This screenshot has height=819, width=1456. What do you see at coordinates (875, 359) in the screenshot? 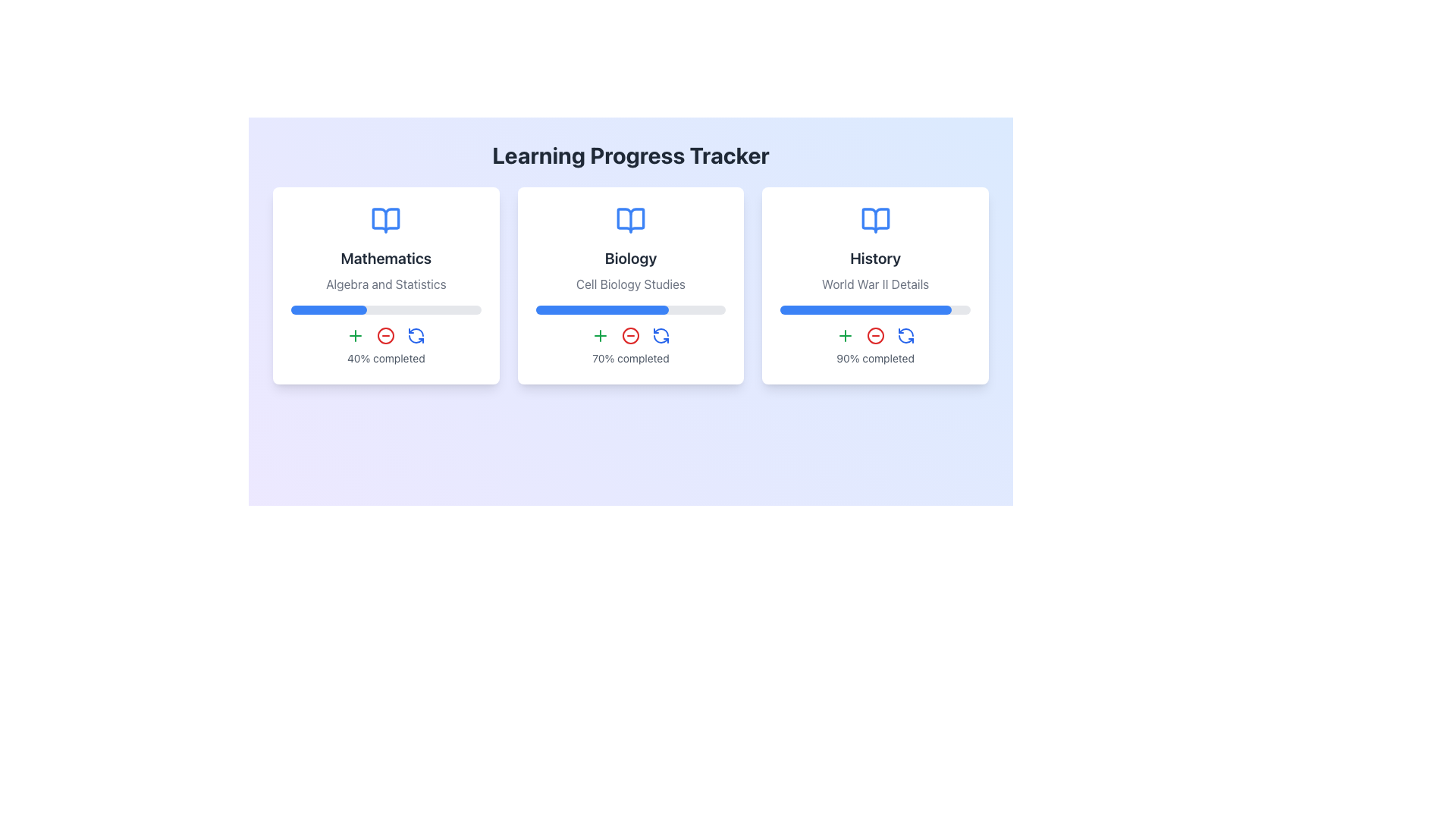
I see `the Text Label that displays the progress percentage for the 'History - World War II Details' card, which is located below the progress bar and aligned centrally within the card` at bounding box center [875, 359].